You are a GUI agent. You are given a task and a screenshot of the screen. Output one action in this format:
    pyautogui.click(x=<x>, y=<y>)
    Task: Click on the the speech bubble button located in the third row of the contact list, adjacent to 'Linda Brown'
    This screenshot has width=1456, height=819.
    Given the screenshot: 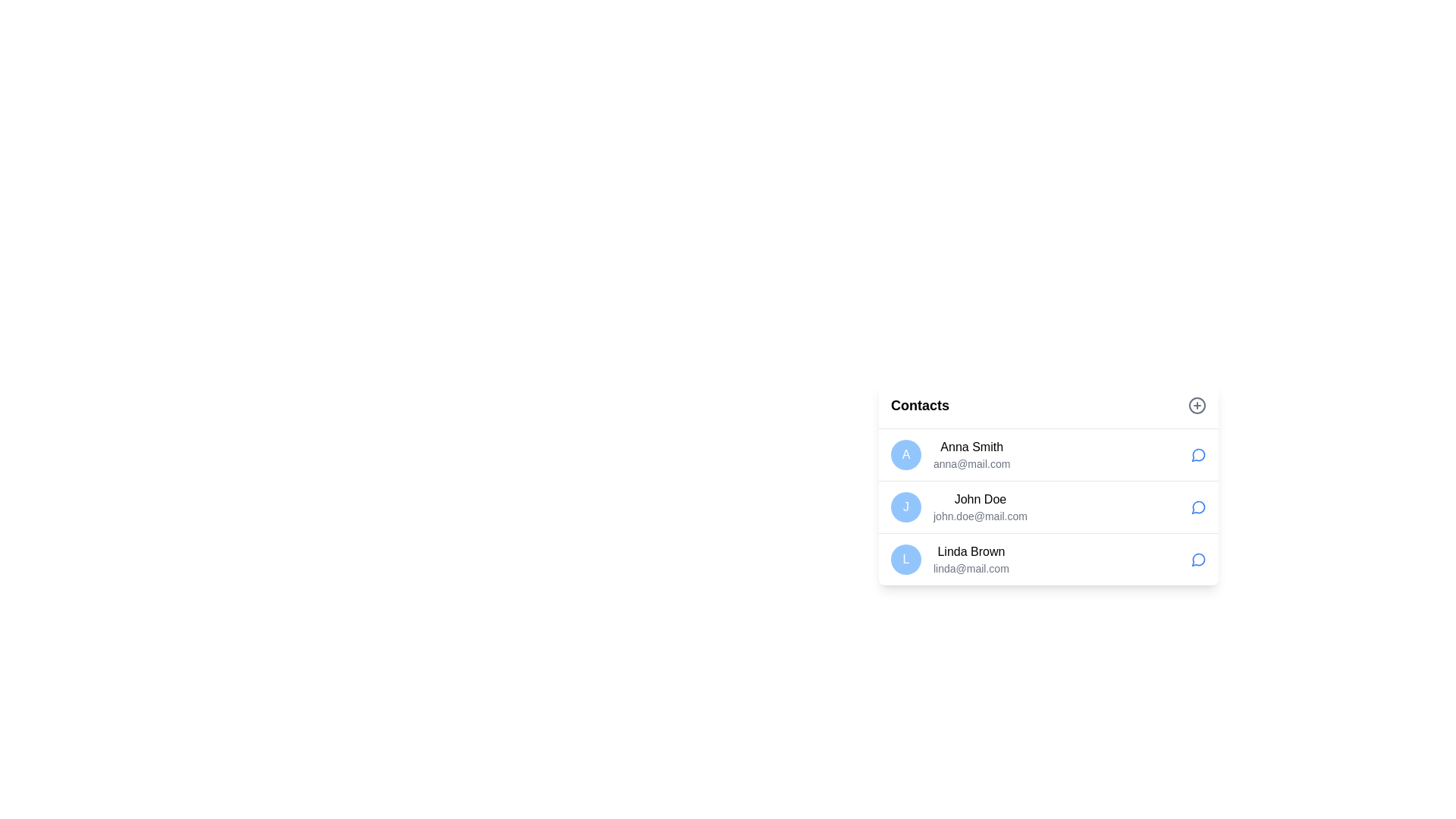 What is the action you would take?
    pyautogui.click(x=1197, y=560)
    